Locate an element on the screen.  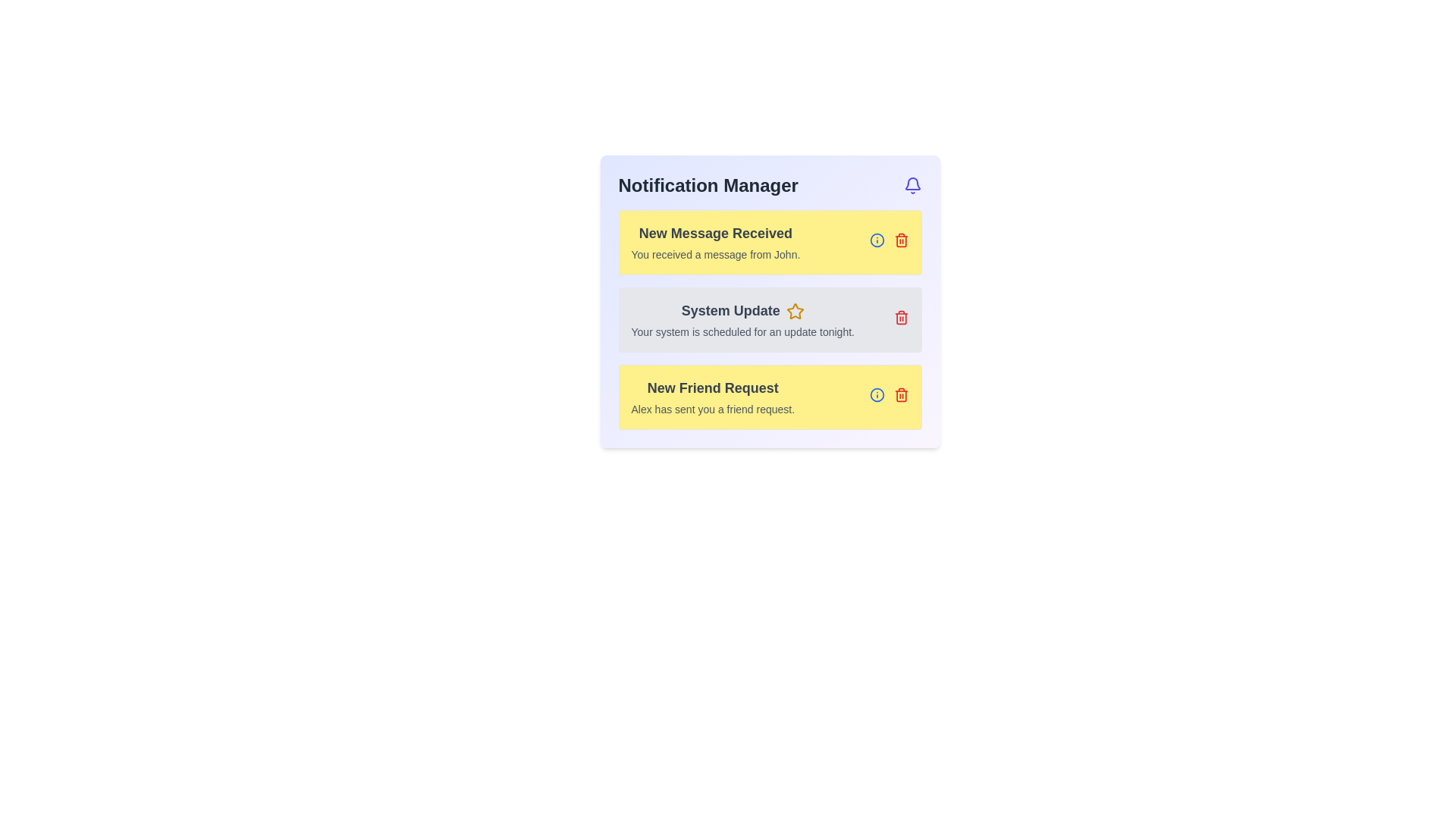
header text 'New Friend Request' which is styled in bold and large gray font, located at the top of the notification card in the list of notifications is located at coordinates (712, 388).